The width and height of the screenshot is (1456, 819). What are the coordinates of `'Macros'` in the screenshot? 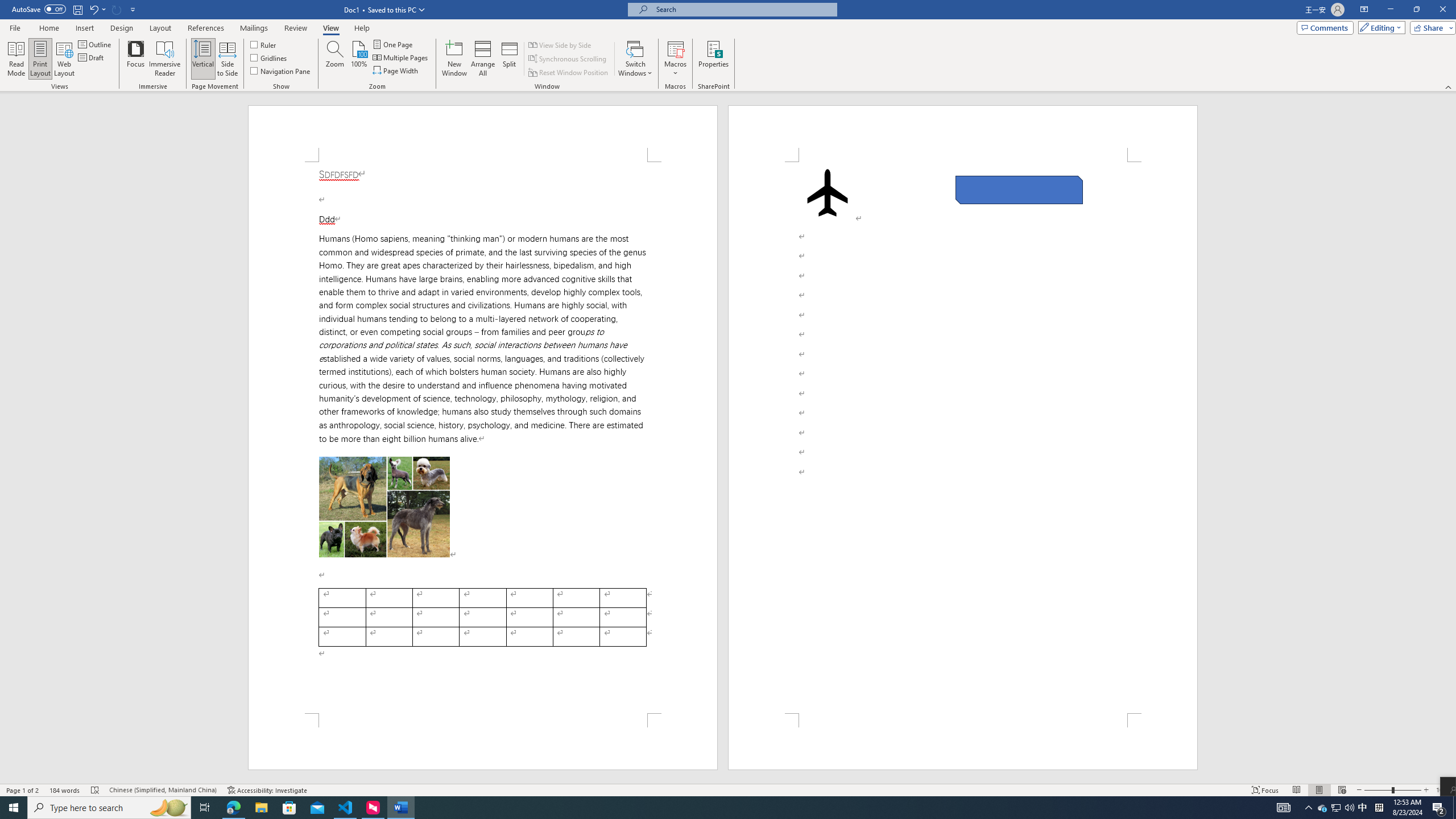 It's located at (675, 59).